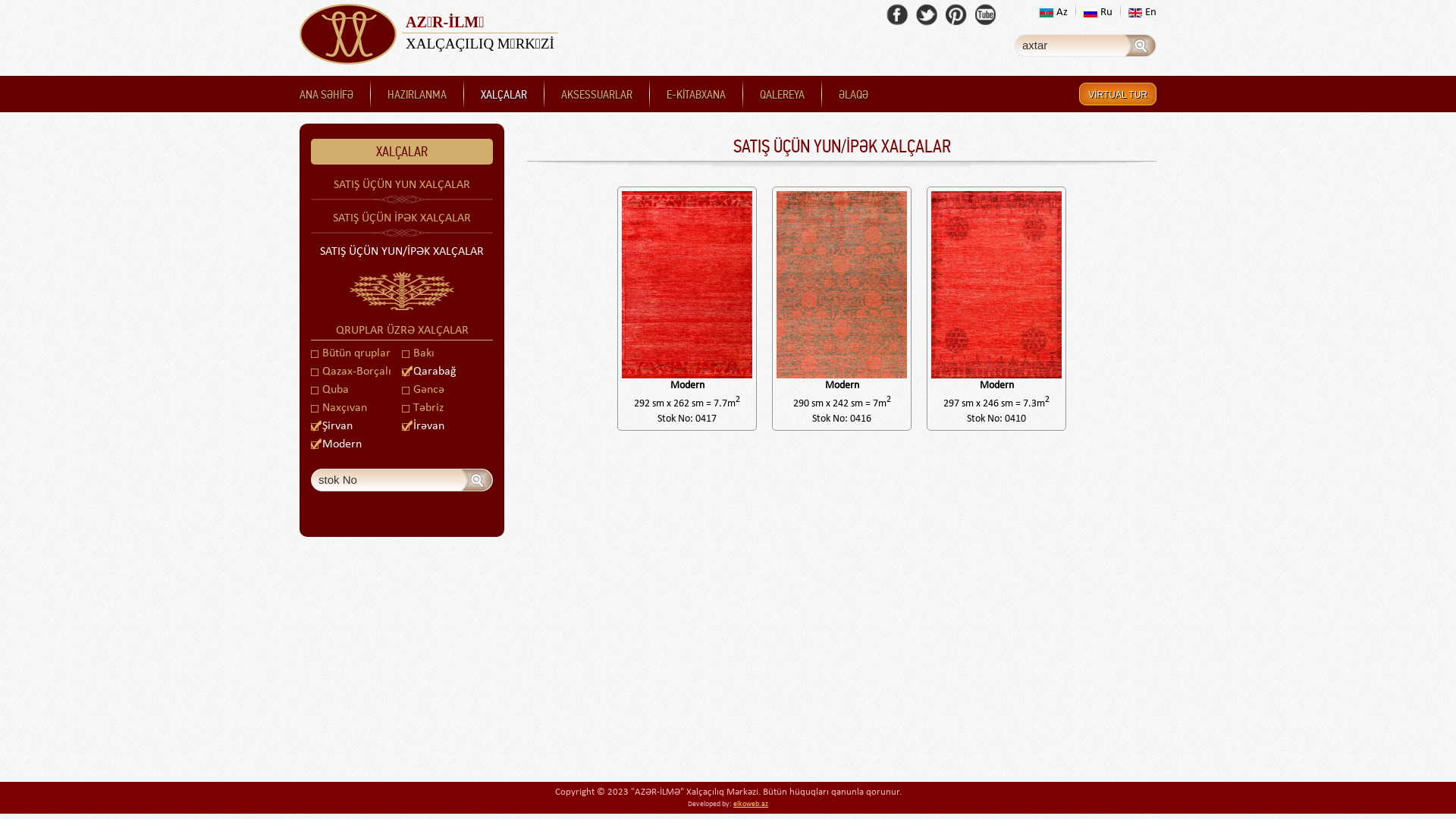  I want to click on 'Modern', so click(927, 308).